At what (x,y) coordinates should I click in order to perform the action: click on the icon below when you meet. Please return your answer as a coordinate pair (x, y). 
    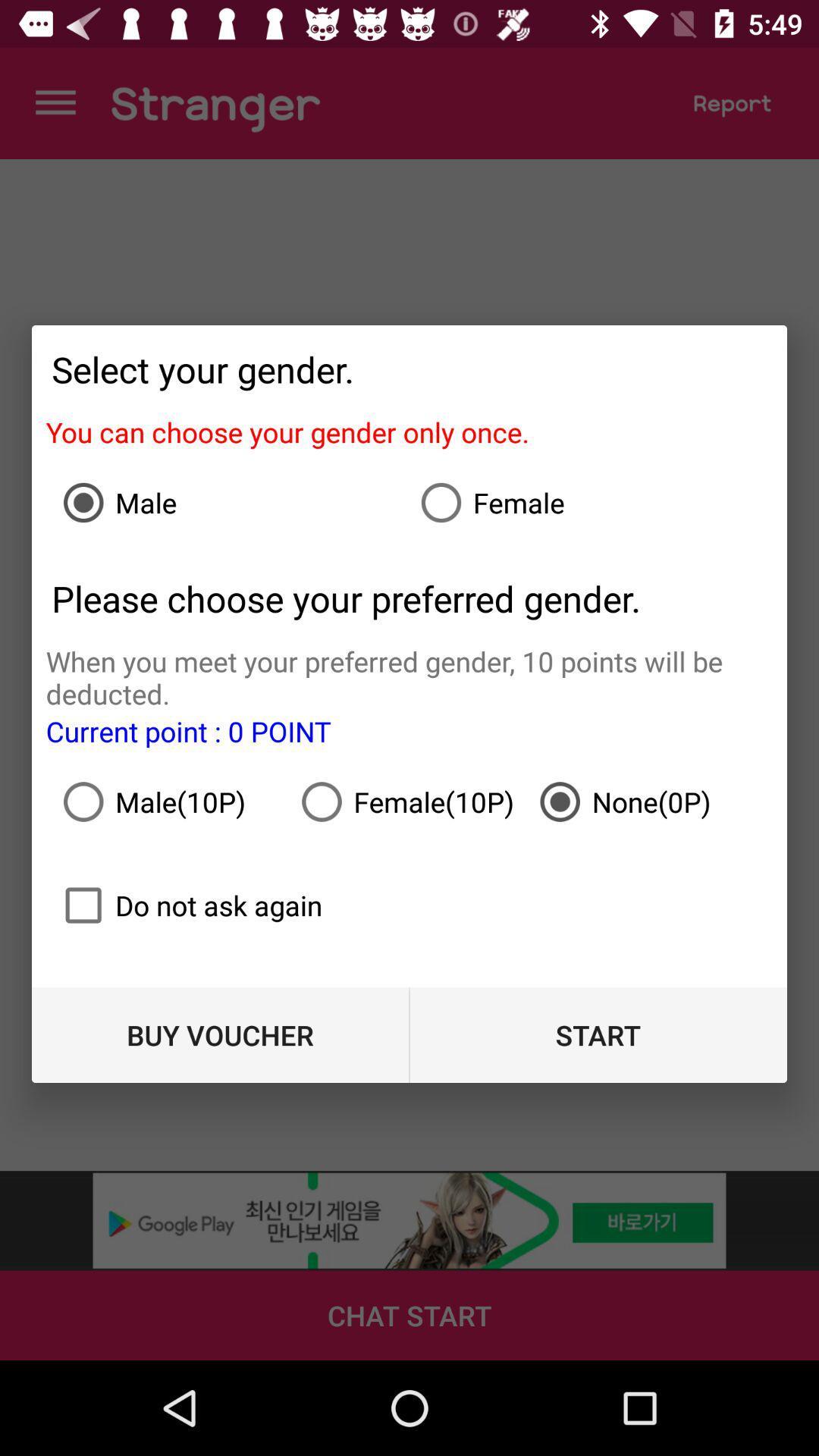
    Looking at the image, I should click on (648, 801).